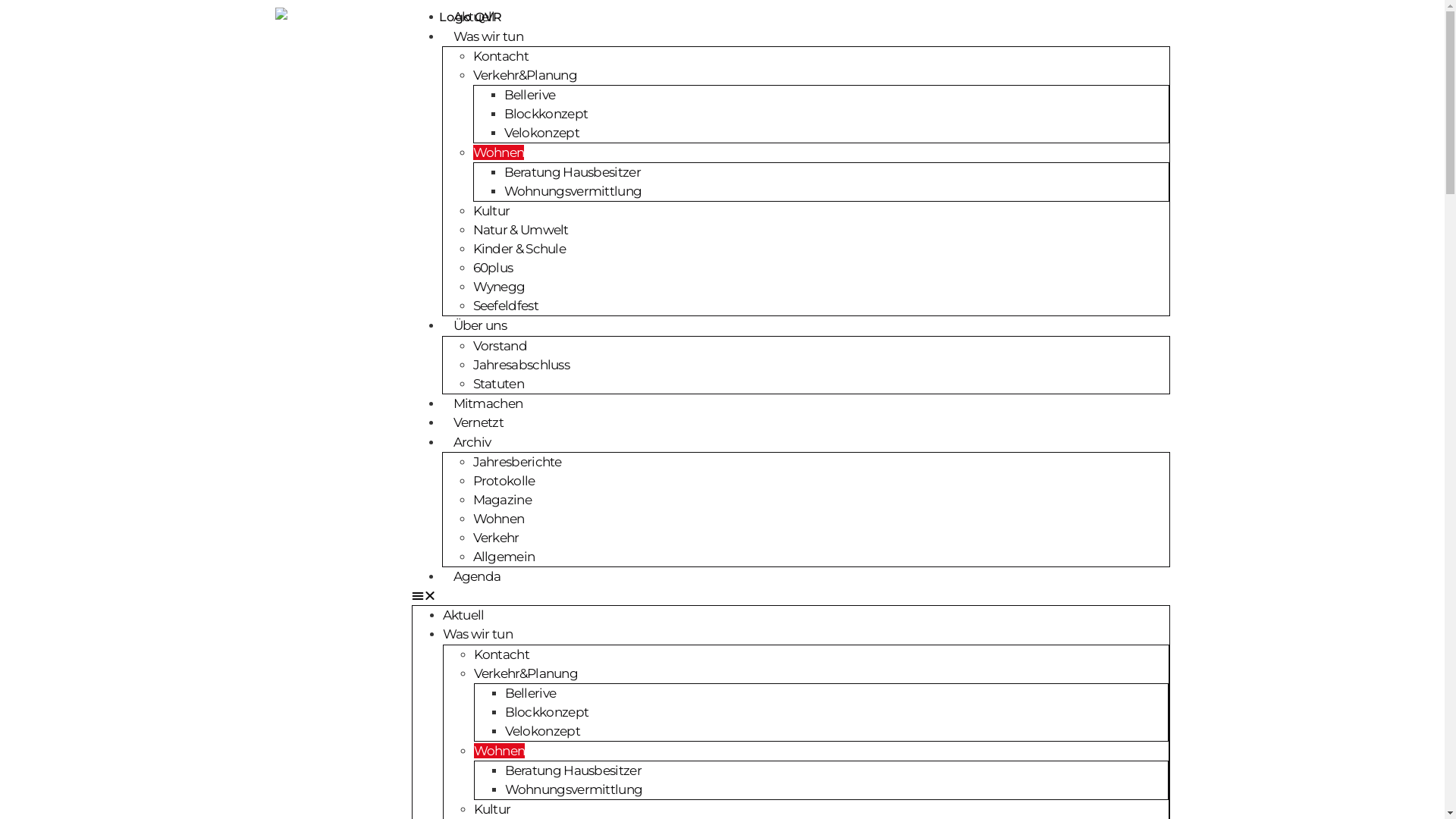  What do you see at coordinates (502, 500) in the screenshot?
I see `'Magazine'` at bounding box center [502, 500].